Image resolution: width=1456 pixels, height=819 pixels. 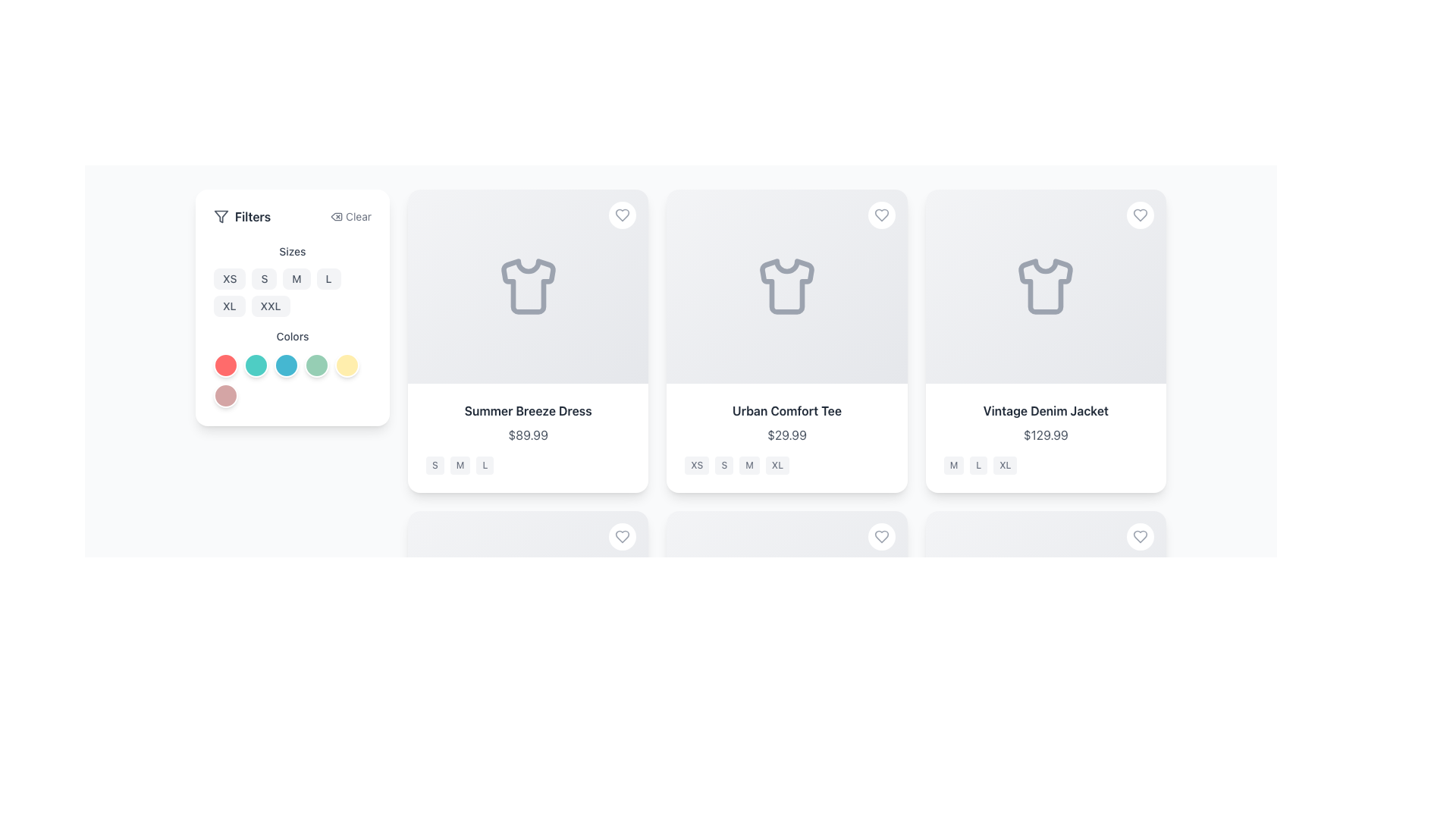 What do you see at coordinates (253, 216) in the screenshot?
I see `the label that denotes the functionality of the filter panel, located in the top-left corner of the filter panel, immediately right of the filter icon` at bounding box center [253, 216].